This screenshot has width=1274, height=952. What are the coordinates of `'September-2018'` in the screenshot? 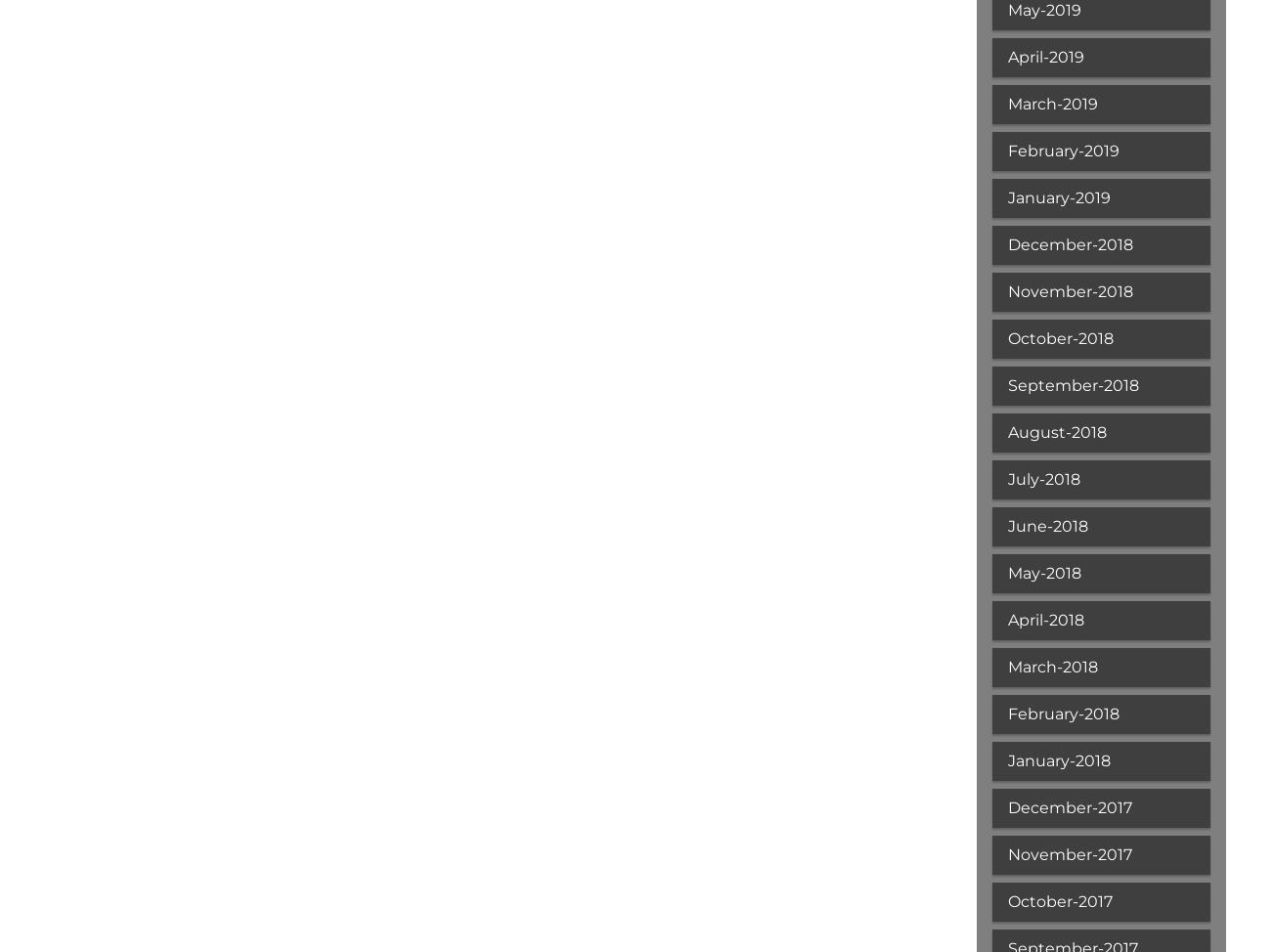 It's located at (1071, 385).